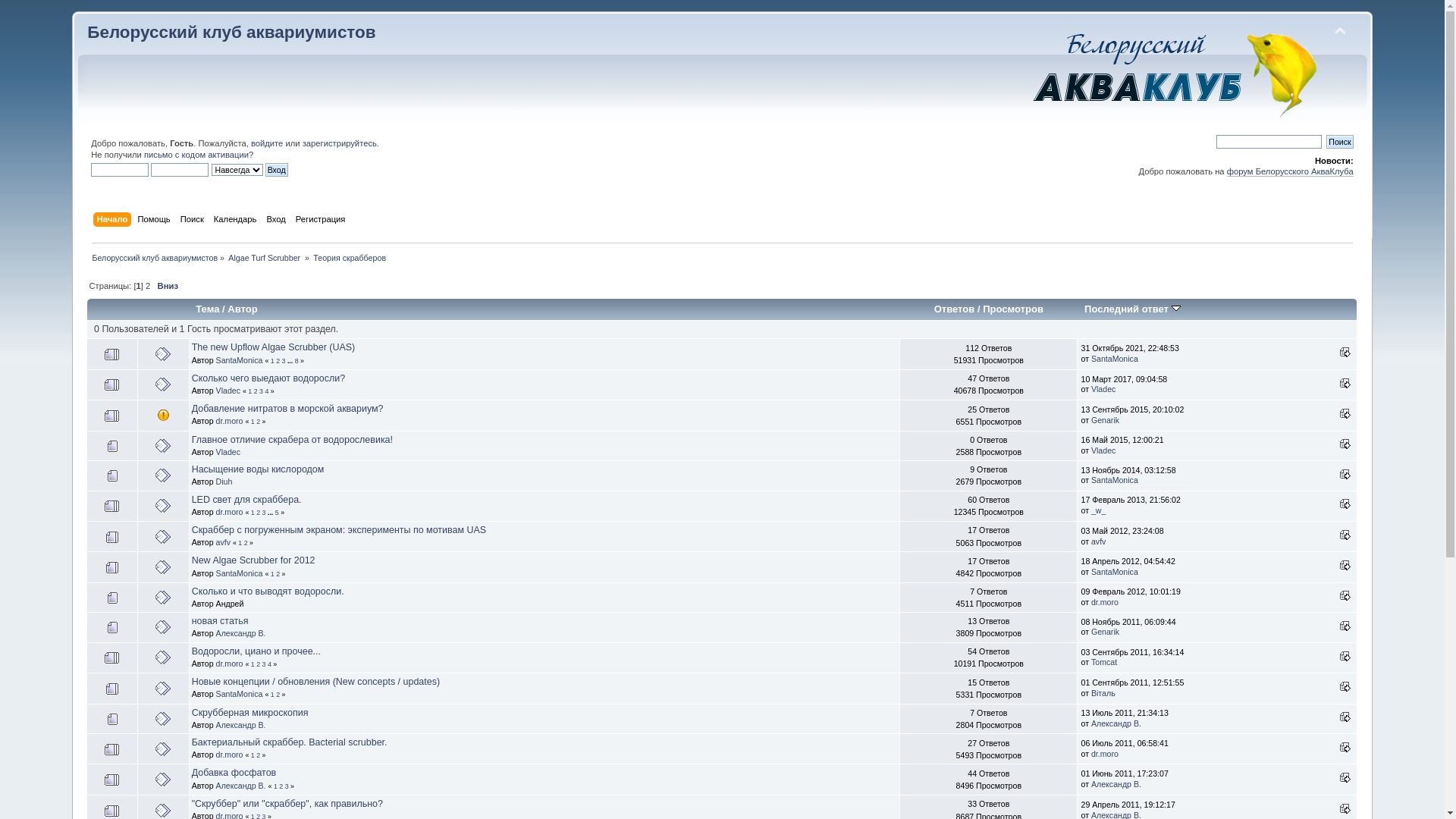 Image resolution: width=1456 pixels, height=819 pixels. I want to click on '1', so click(270, 573).